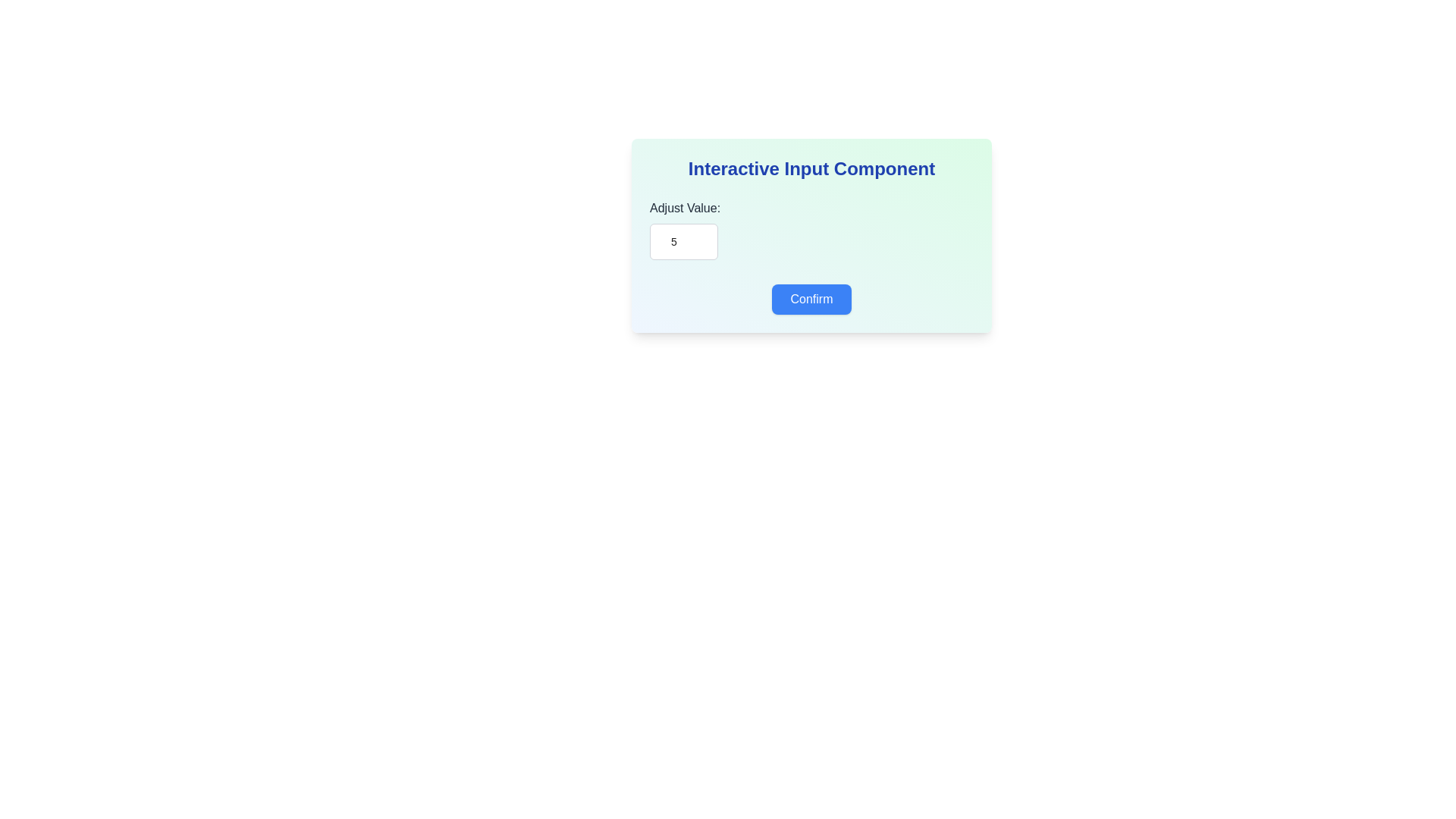 This screenshot has height=819, width=1456. I want to click on the text label that serves as the header or identifier for the content below it, located at the top center of the panel, so click(811, 169).